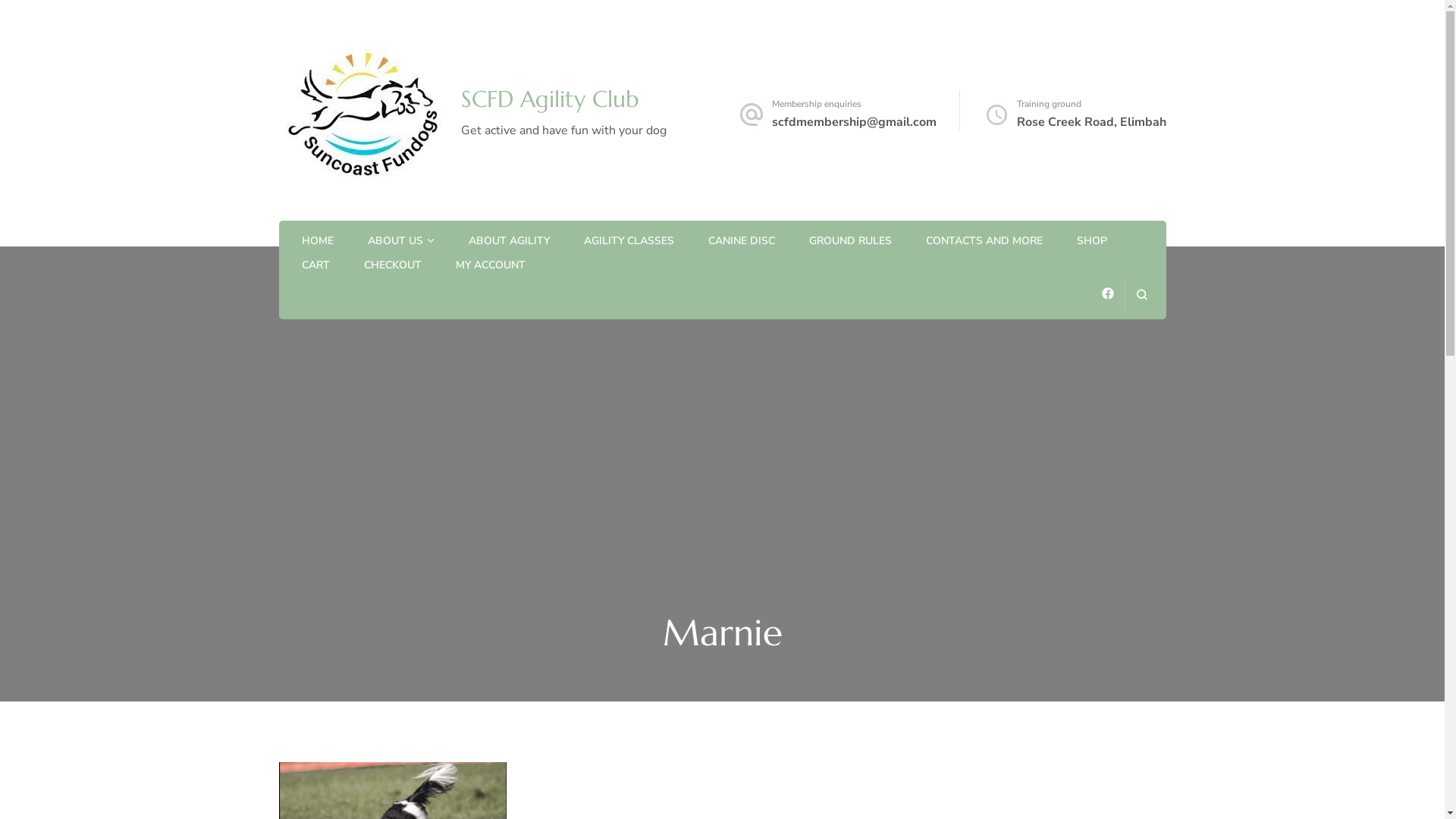  Describe the element at coordinates (1092, 241) in the screenshot. I see `'SHOP'` at that location.